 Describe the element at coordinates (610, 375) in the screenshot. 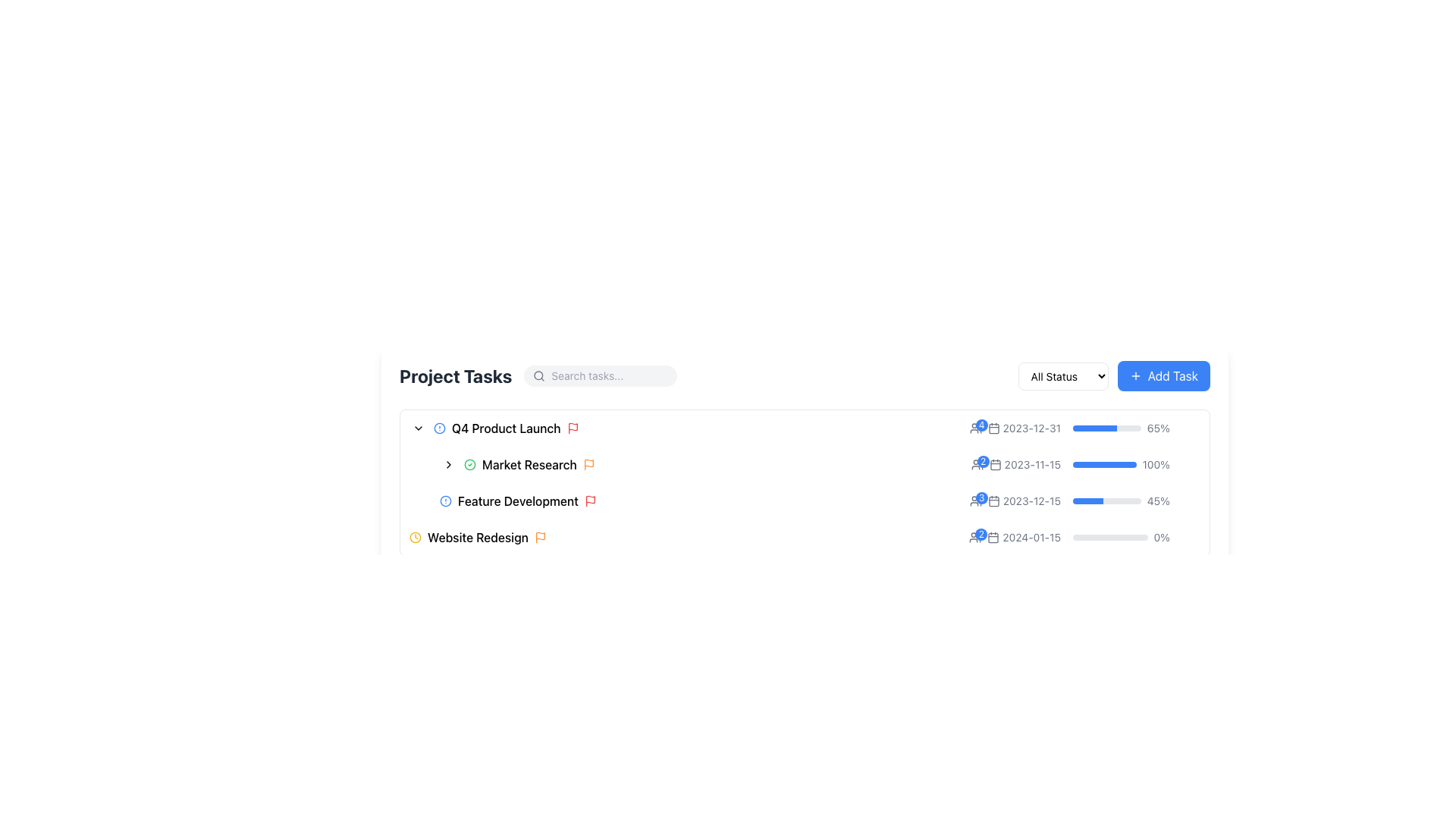

I see `the text input field used for searching tasks, located to the right of the 'Project Tasks' label and within the search bar component` at that location.